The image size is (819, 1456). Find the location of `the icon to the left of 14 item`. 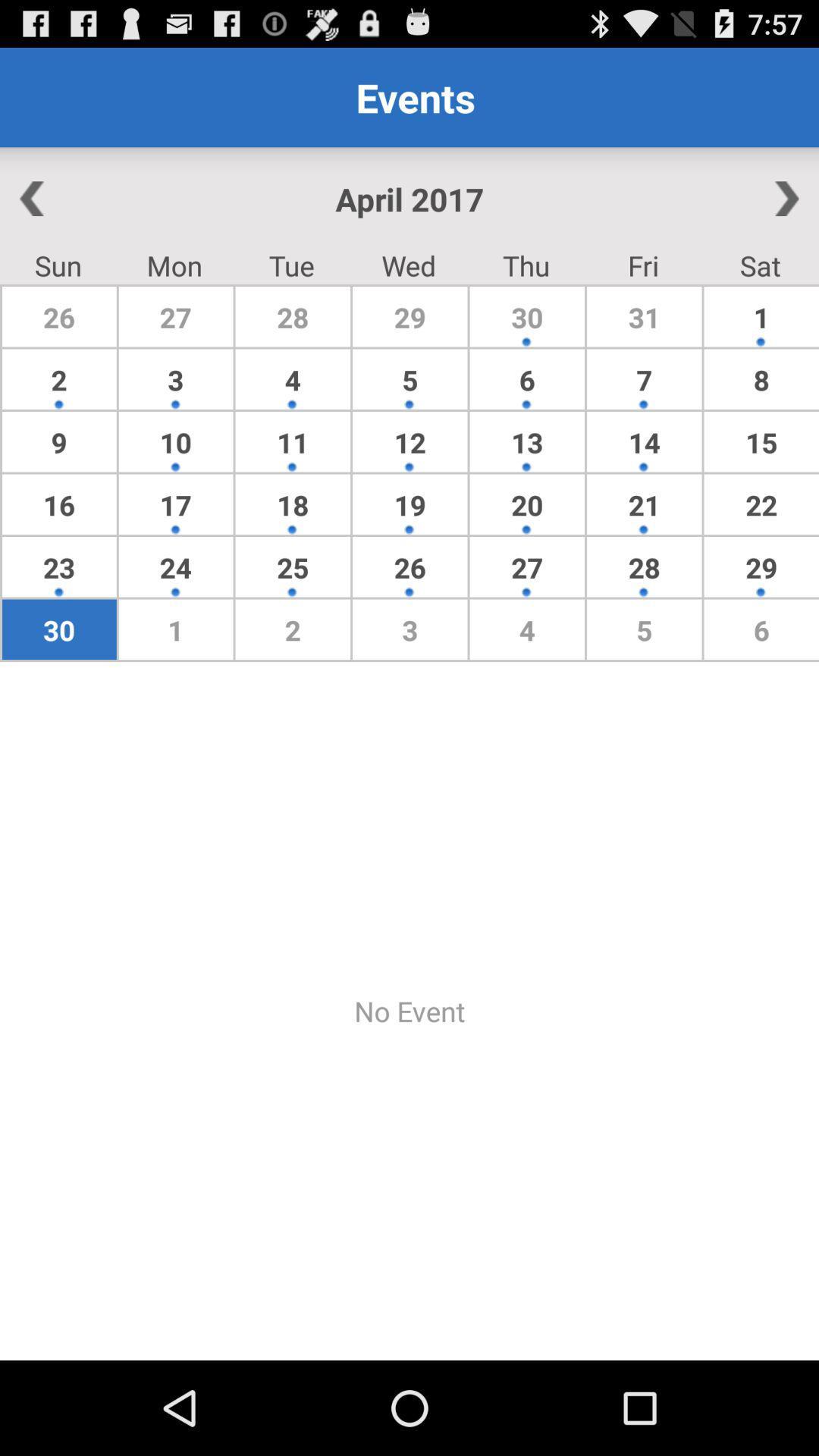

the icon to the left of 14 item is located at coordinates (526, 504).